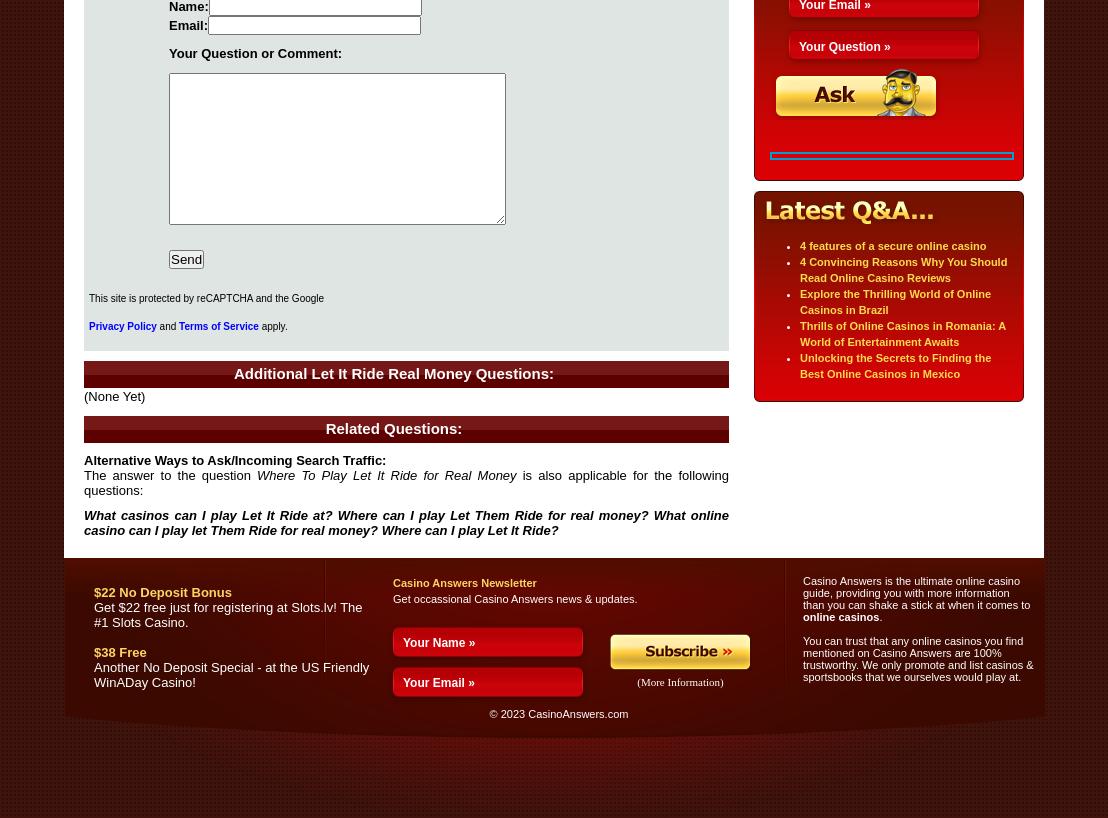  What do you see at coordinates (119, 652) in the screenshot?
I see `'$38 Free'` at bounding box center [119, 652].